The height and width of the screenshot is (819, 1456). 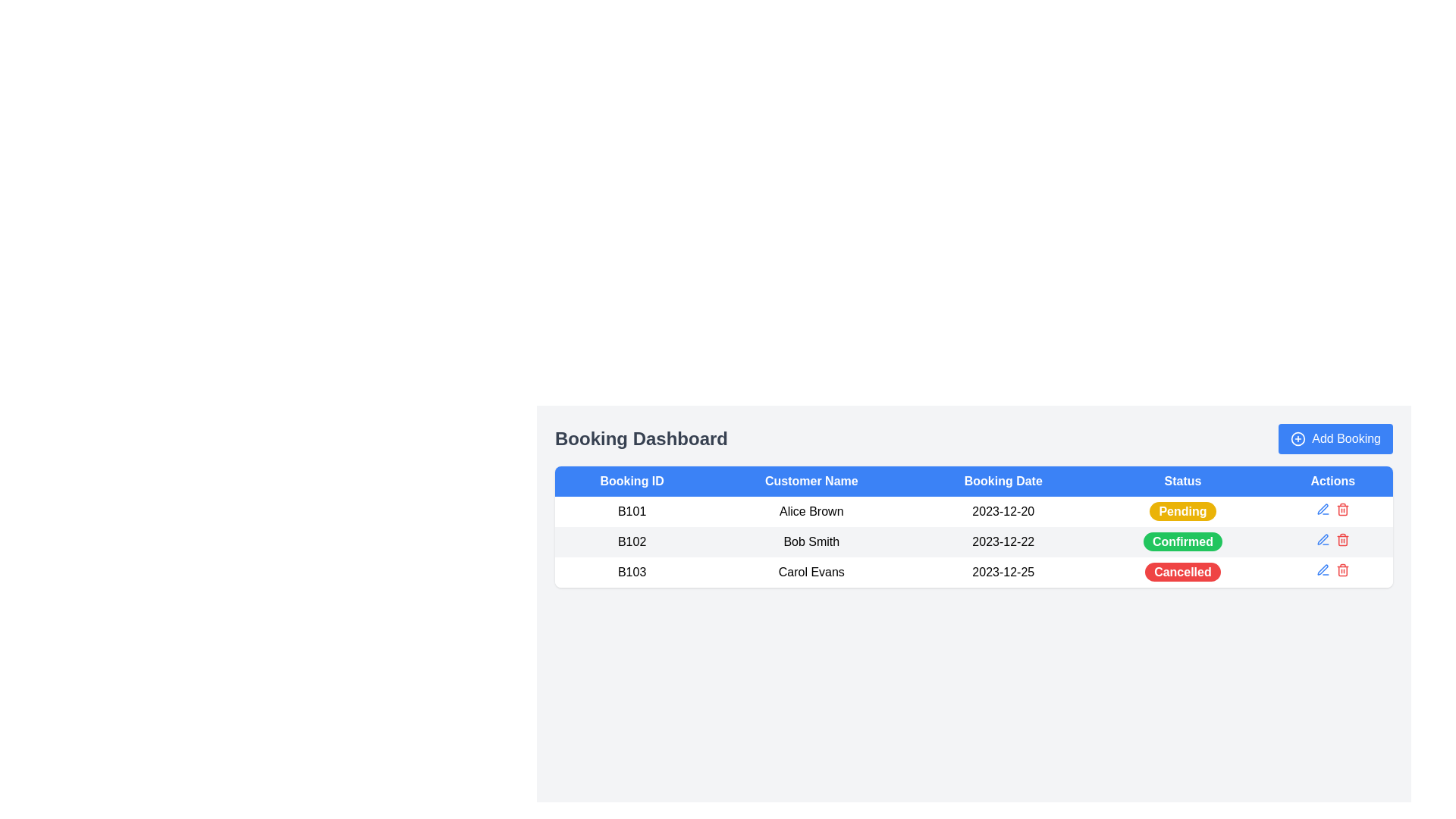 What do you see at coordinates (1342, 570) in the screenshot?
I see `the red trash can icon button located on the right side within the last row of the actions column in the table` at bounding box center [1342, 570].